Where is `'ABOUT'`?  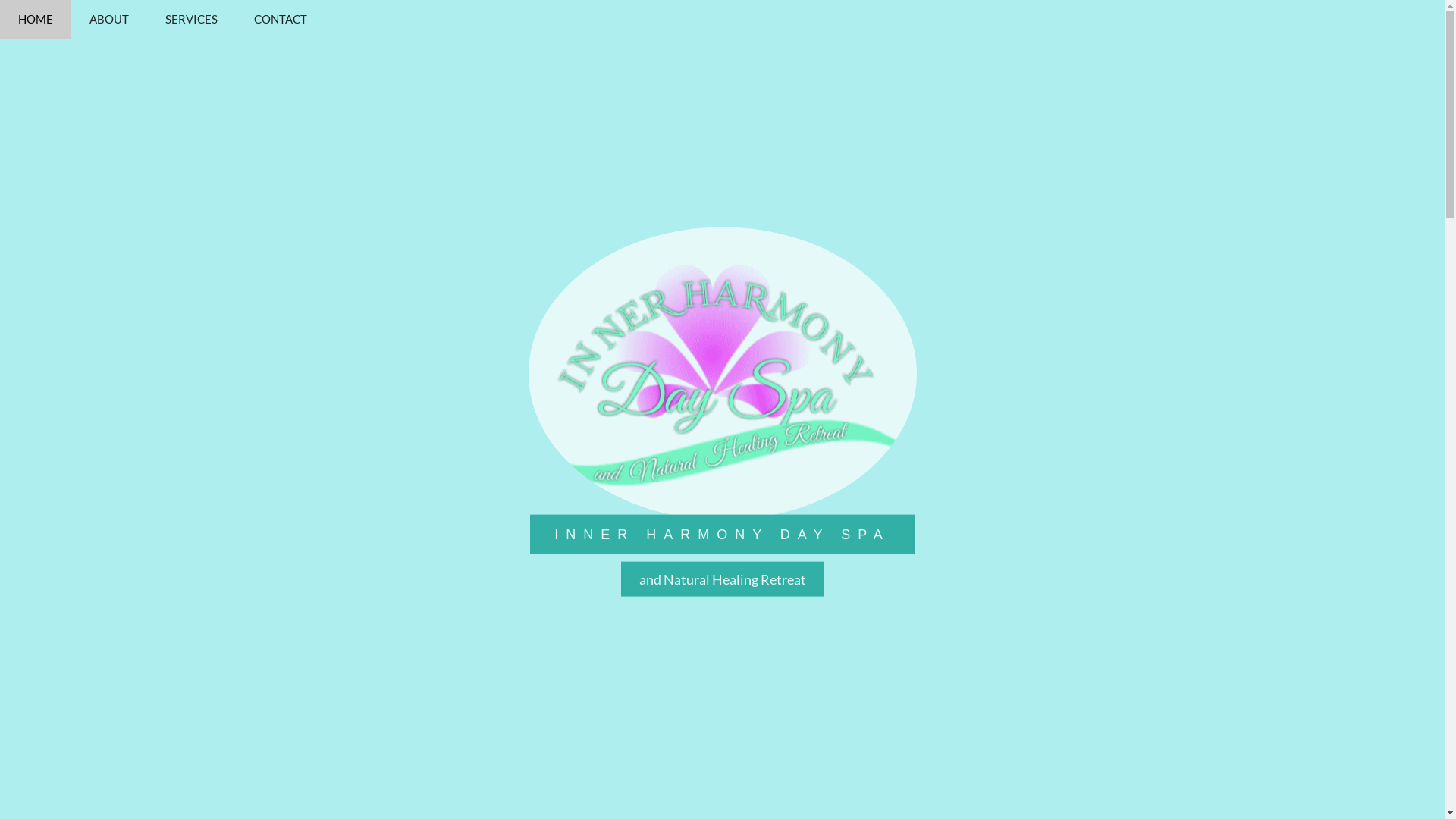 'ABOUT' is located at coordinates (108, 19).